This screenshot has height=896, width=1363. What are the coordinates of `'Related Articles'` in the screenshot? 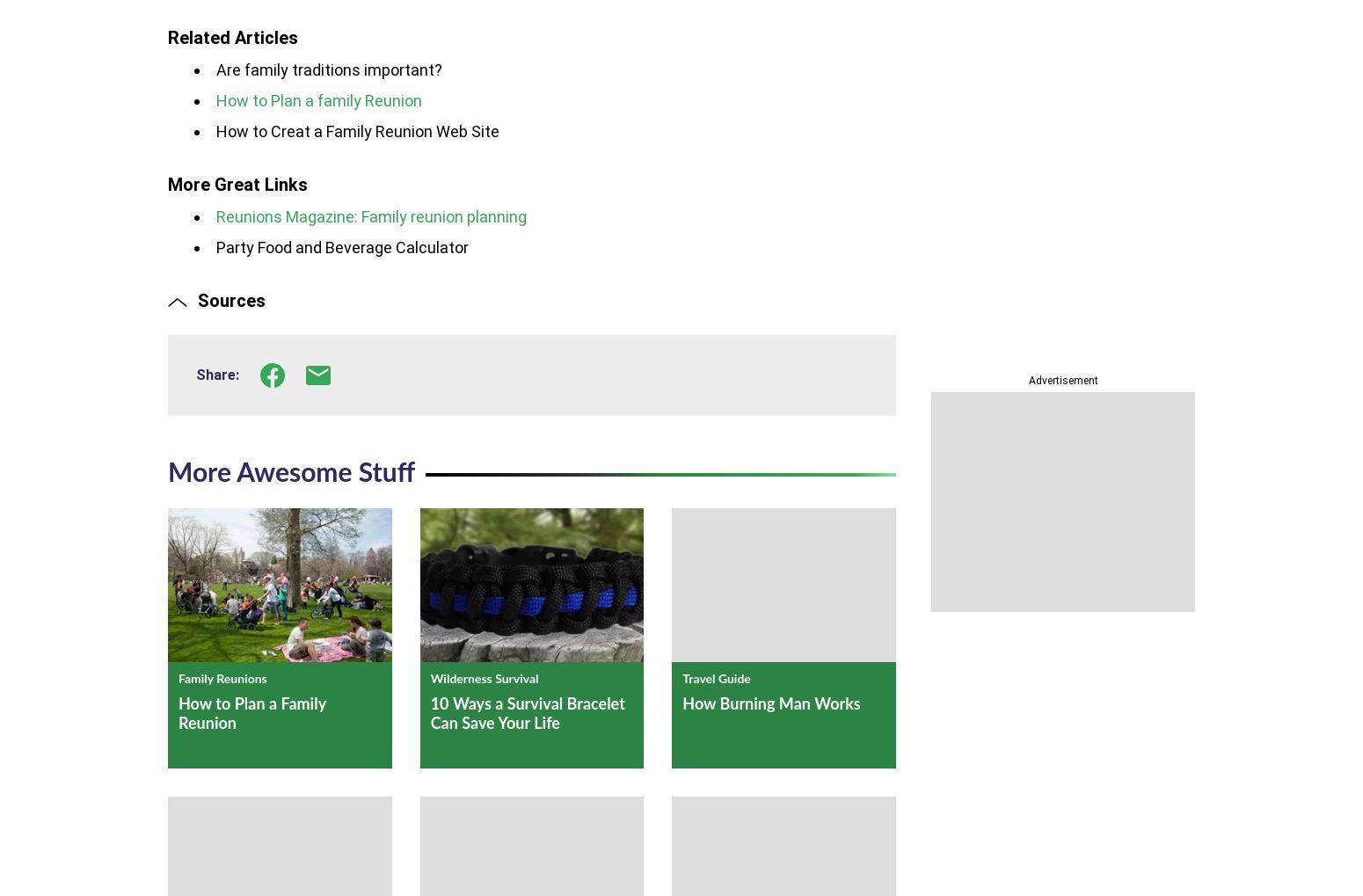 It's located at (233, 37).